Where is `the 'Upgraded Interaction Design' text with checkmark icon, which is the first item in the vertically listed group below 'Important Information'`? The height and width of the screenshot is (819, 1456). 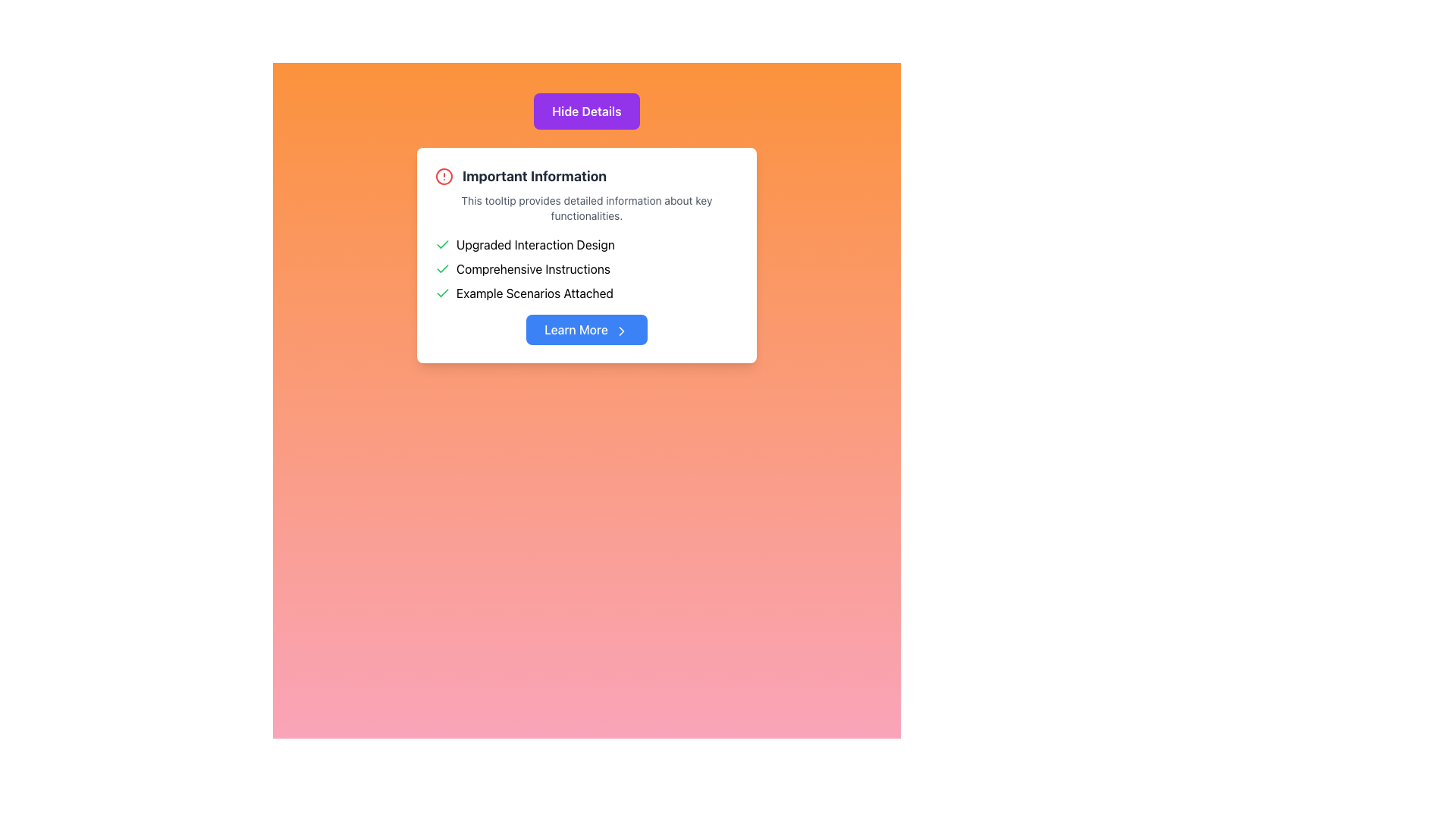
the 'Upgraded Interaction Design' text with checkmark icon, which is the first item in the vertically listed group below 'Important Information' is located at coordinates (585, 244).